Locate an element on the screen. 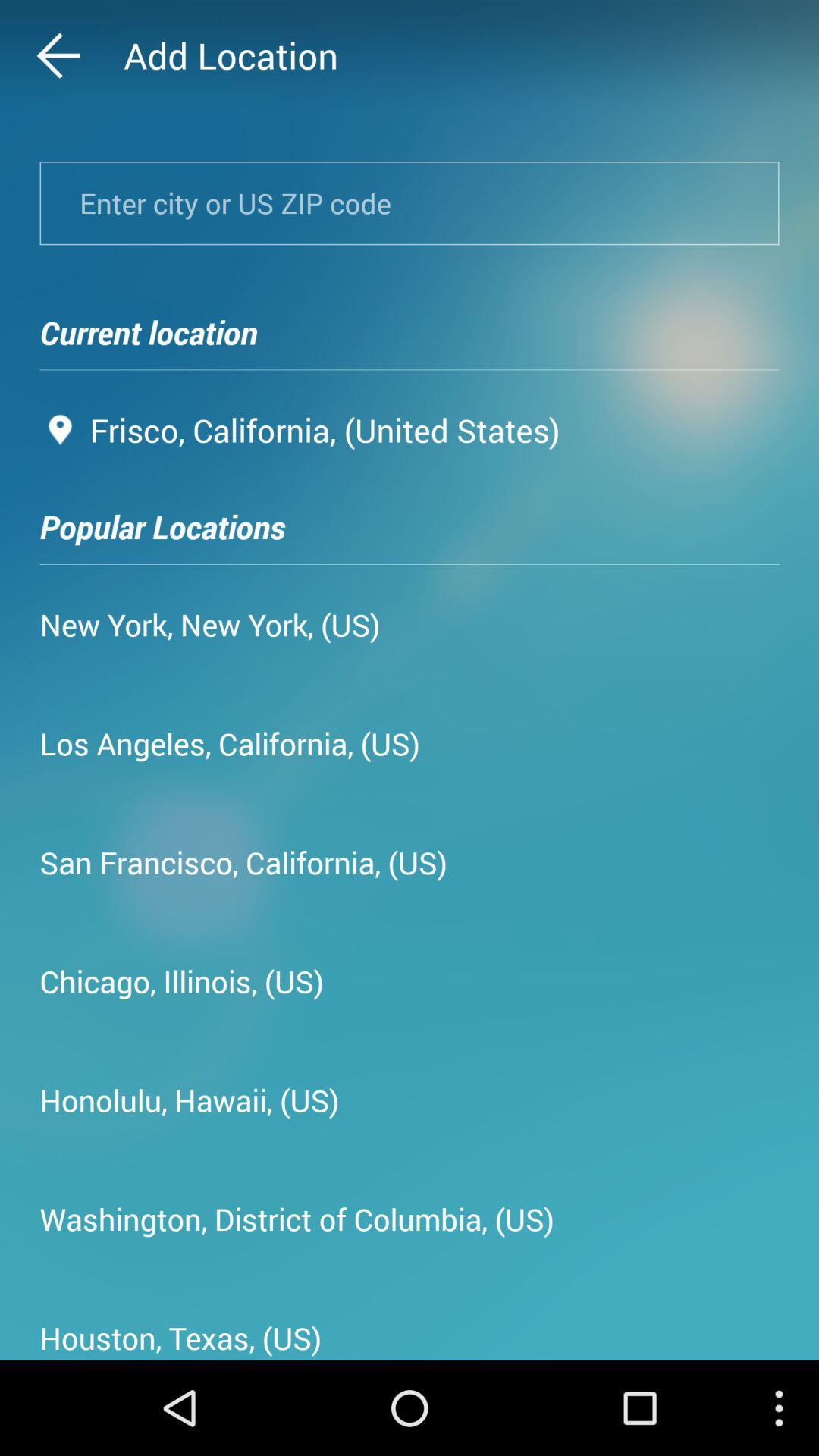 Image resolution: width=819 pixels, height=1456 pixels. the honolulu, hawaii, (us) icon is located at coordinates (189, 1100).